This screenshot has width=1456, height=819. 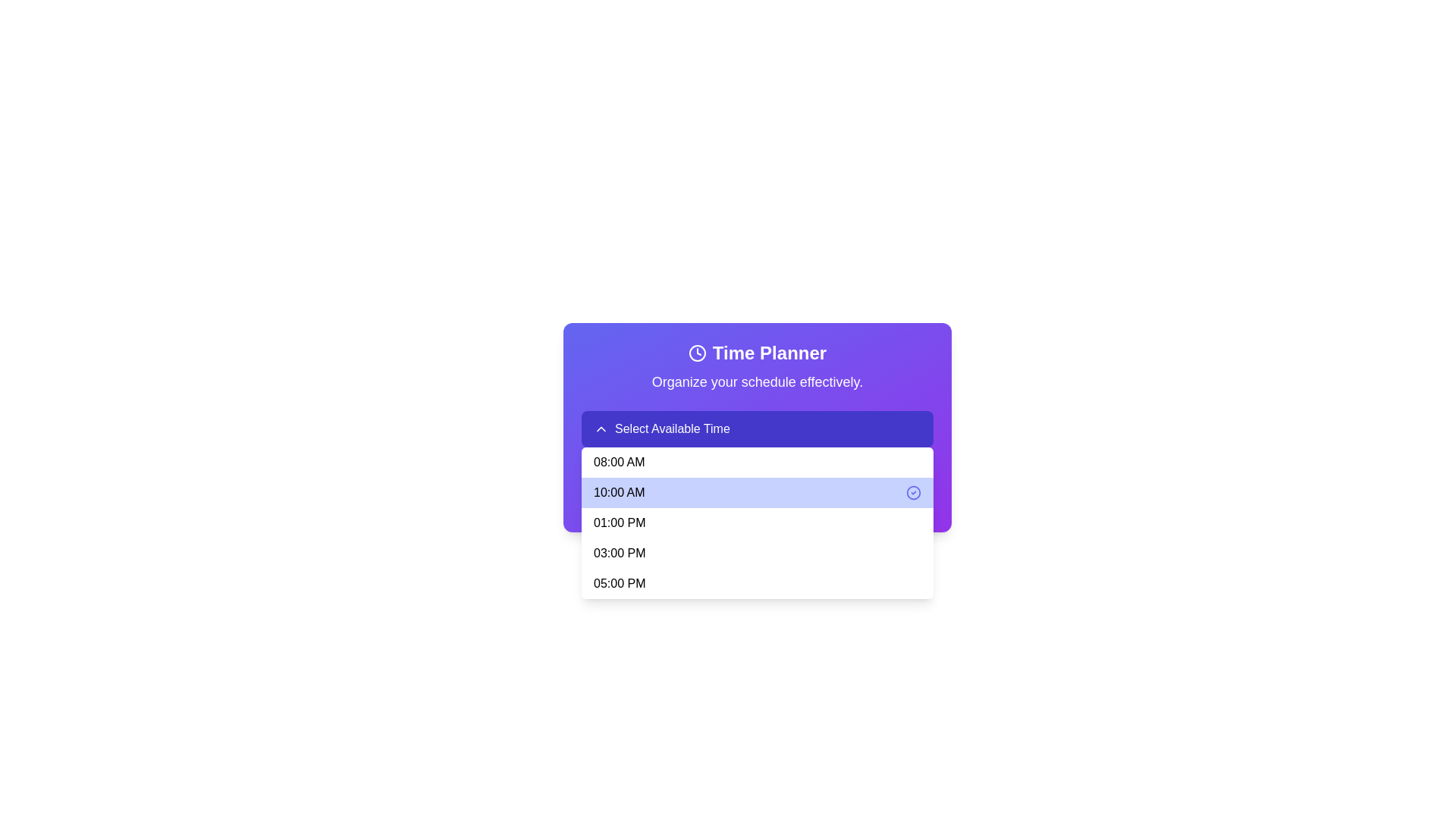 What do you see at coordinates (757, 427) in the screenshot?
I see `the time slot in the centrally located time selection panel` at bounding box center [757, 427].